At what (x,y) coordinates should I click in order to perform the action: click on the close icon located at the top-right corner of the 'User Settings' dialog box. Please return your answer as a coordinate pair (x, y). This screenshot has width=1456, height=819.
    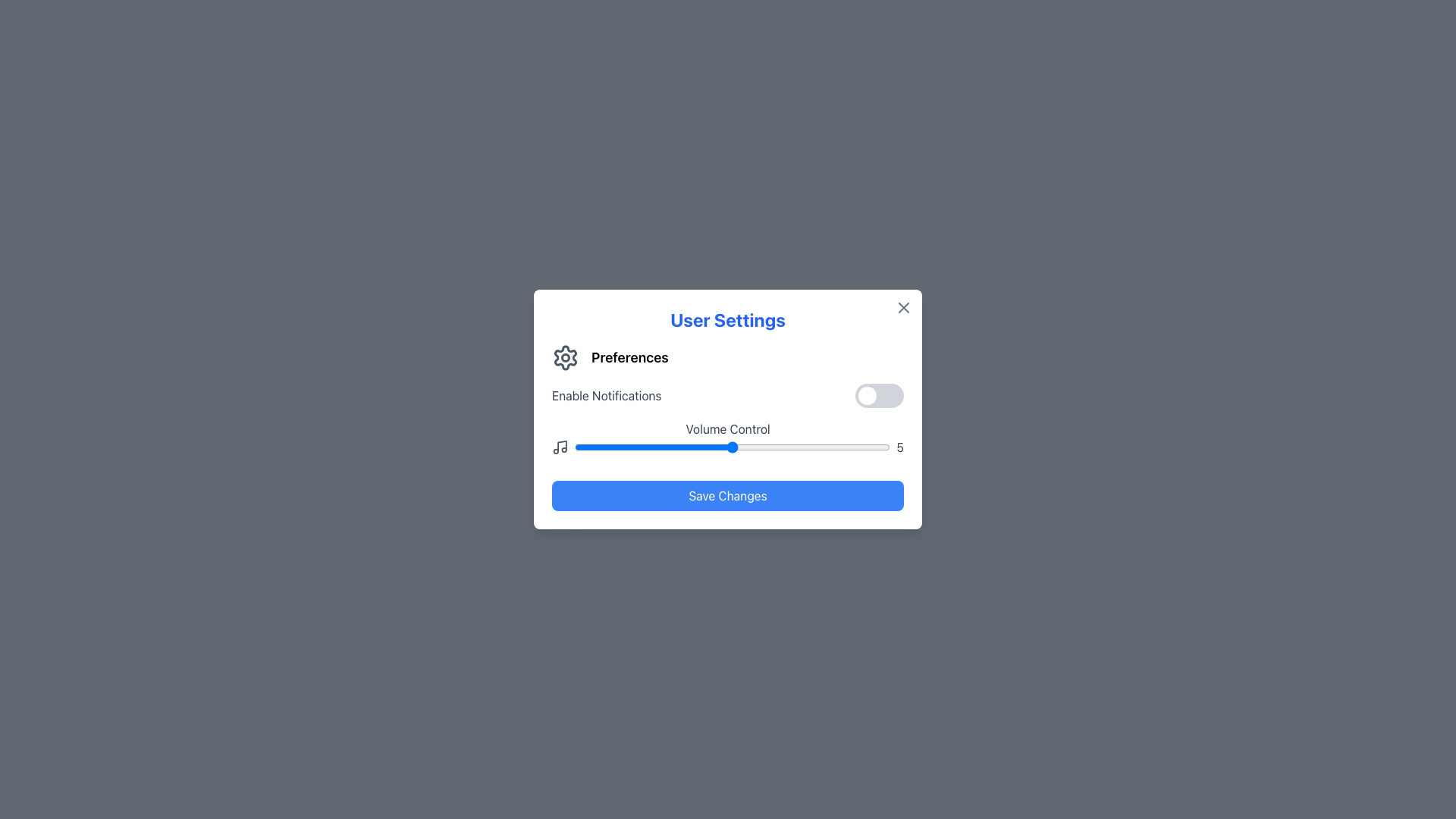
    Looking at the image, I should click on (903, 307).